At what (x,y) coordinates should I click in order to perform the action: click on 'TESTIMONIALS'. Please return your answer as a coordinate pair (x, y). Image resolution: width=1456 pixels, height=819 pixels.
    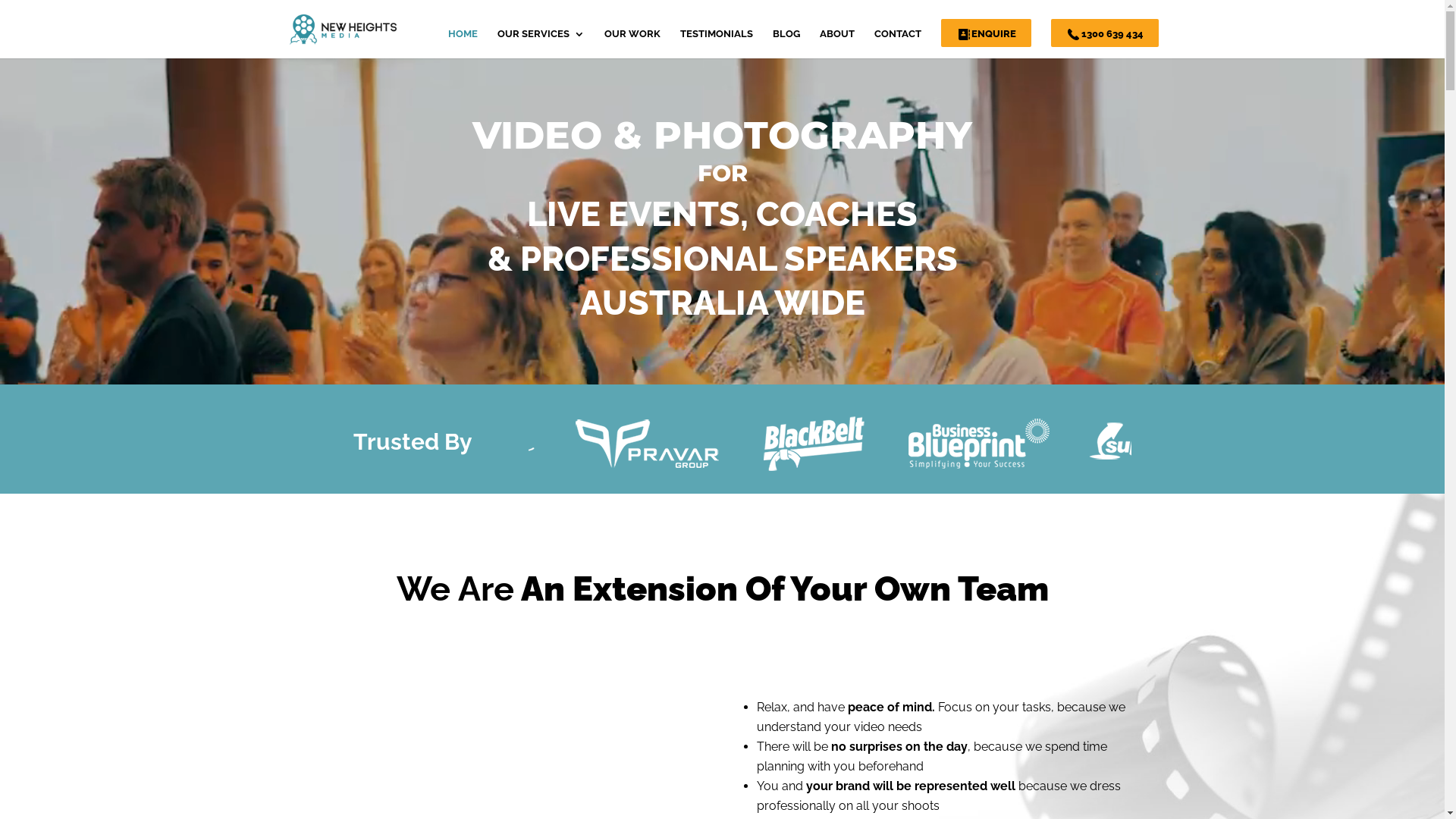
    Looking at the image, I should click on (715, 42).